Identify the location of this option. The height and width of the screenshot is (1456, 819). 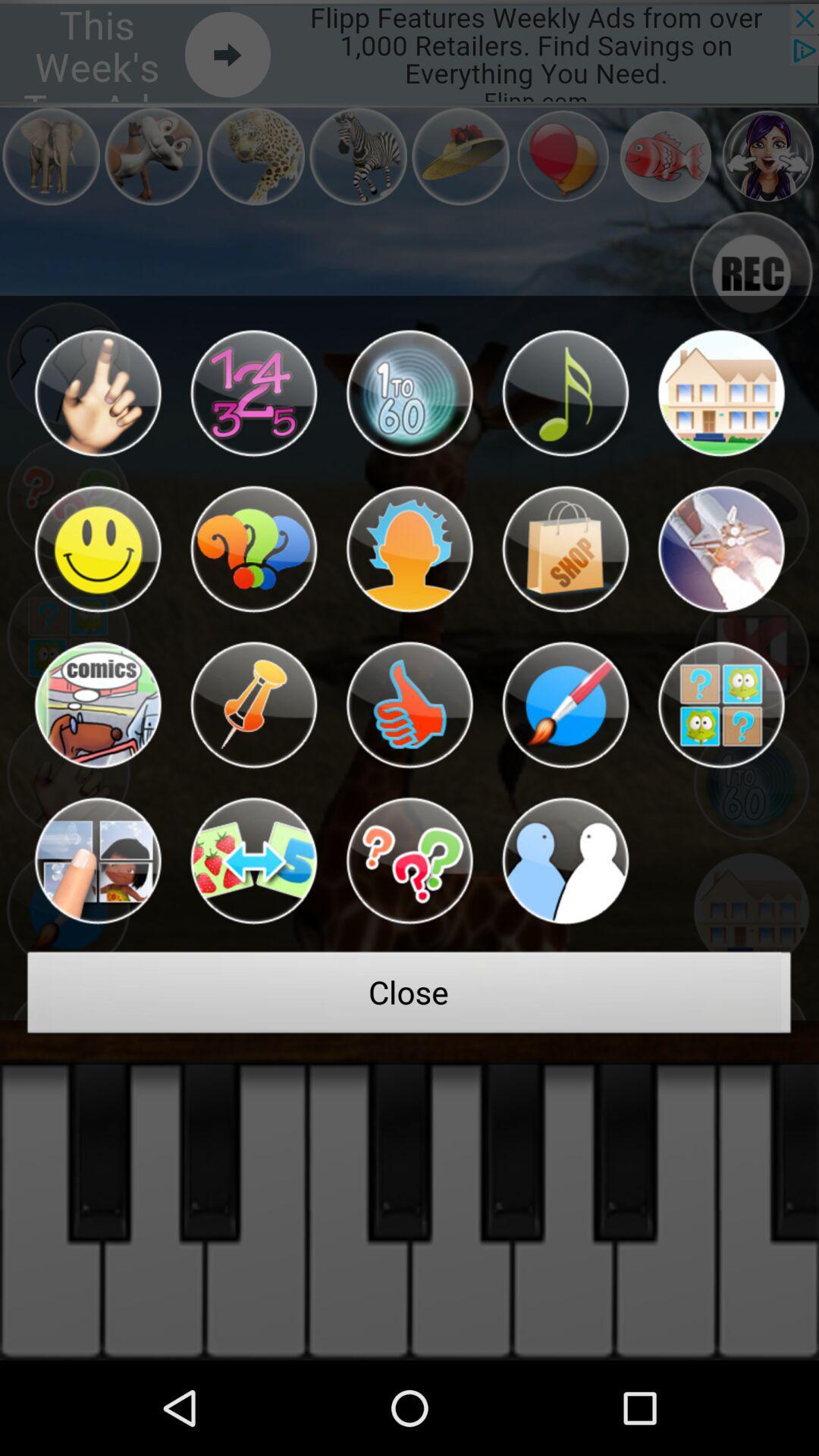
(253, 861).